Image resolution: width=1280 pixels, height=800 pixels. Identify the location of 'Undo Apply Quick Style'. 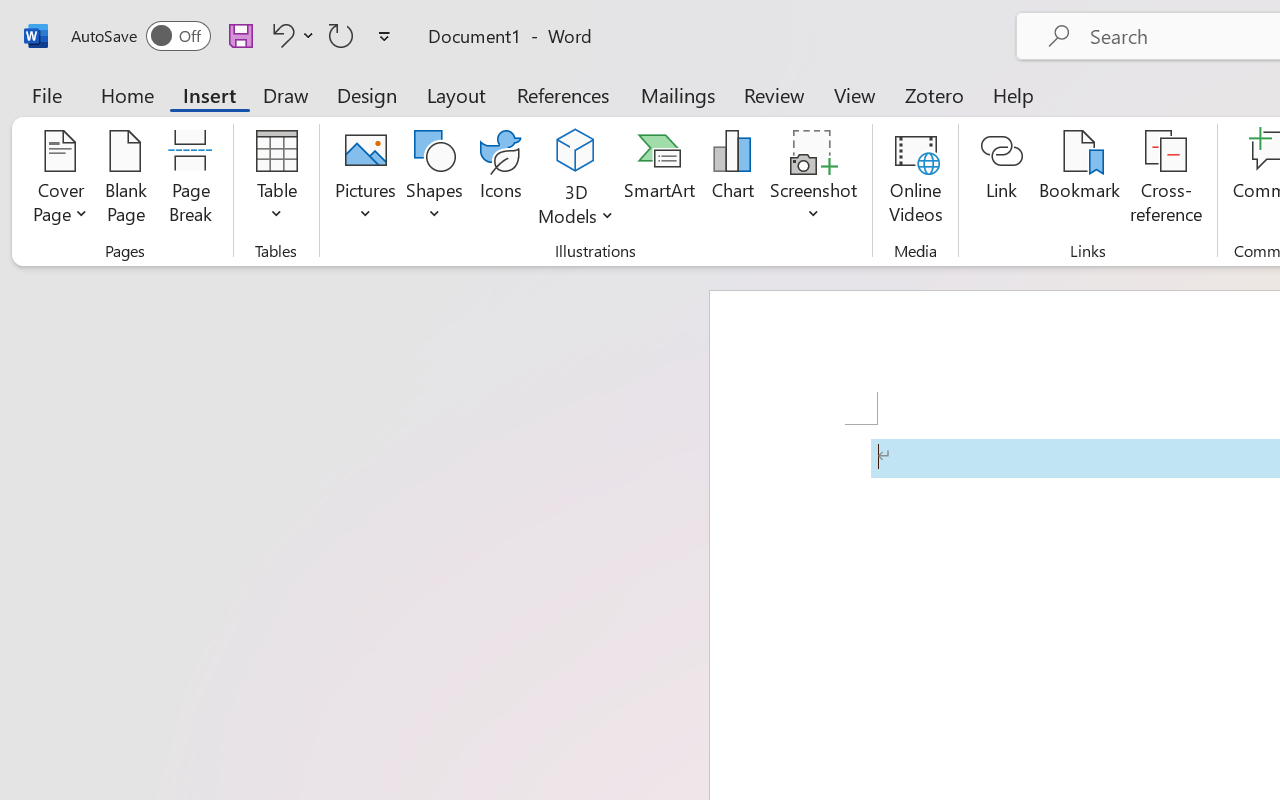
(289, 34).